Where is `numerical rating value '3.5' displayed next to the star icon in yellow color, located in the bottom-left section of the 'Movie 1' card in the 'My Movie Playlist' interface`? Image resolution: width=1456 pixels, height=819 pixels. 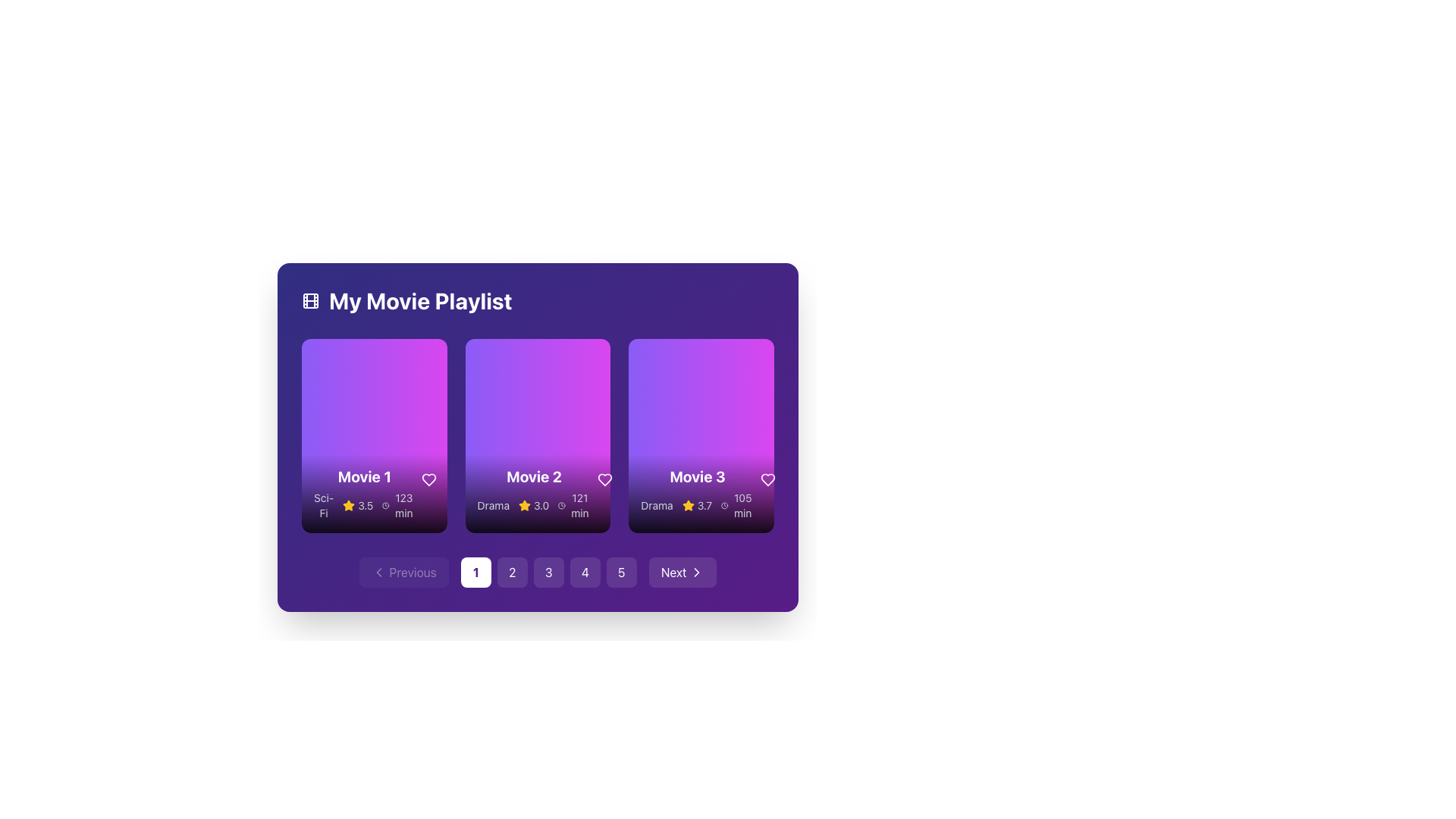 numerical rating value '3.5' displayed next to the star icon in yellow color, located in the bottom-left section of the 'Movie 1' card in the 'My Movie Playlist' interface is located at coordinates (357, 506).